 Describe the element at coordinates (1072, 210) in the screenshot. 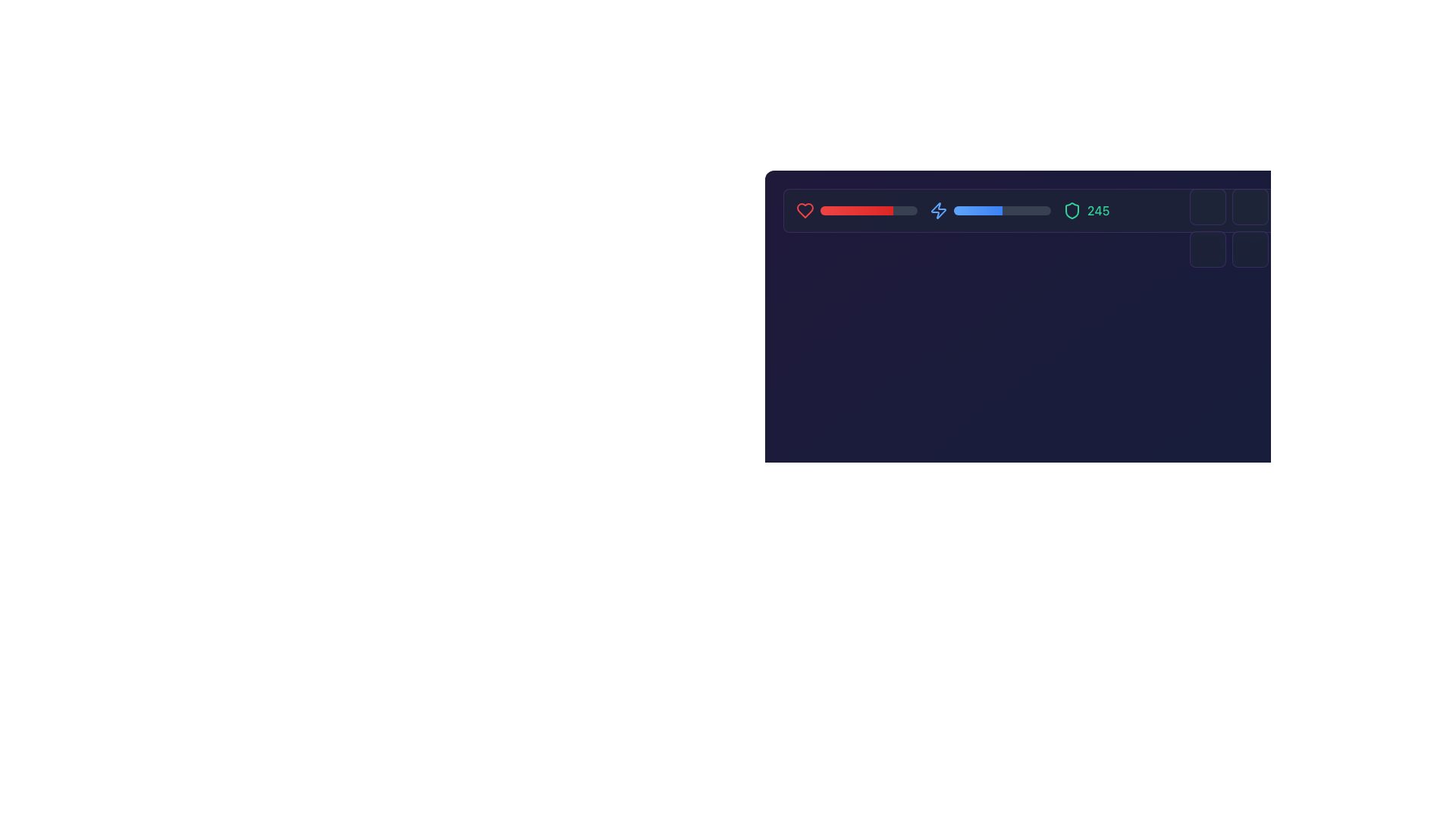

I see `the shield icon located near the top-right corner of the interface` at that location.